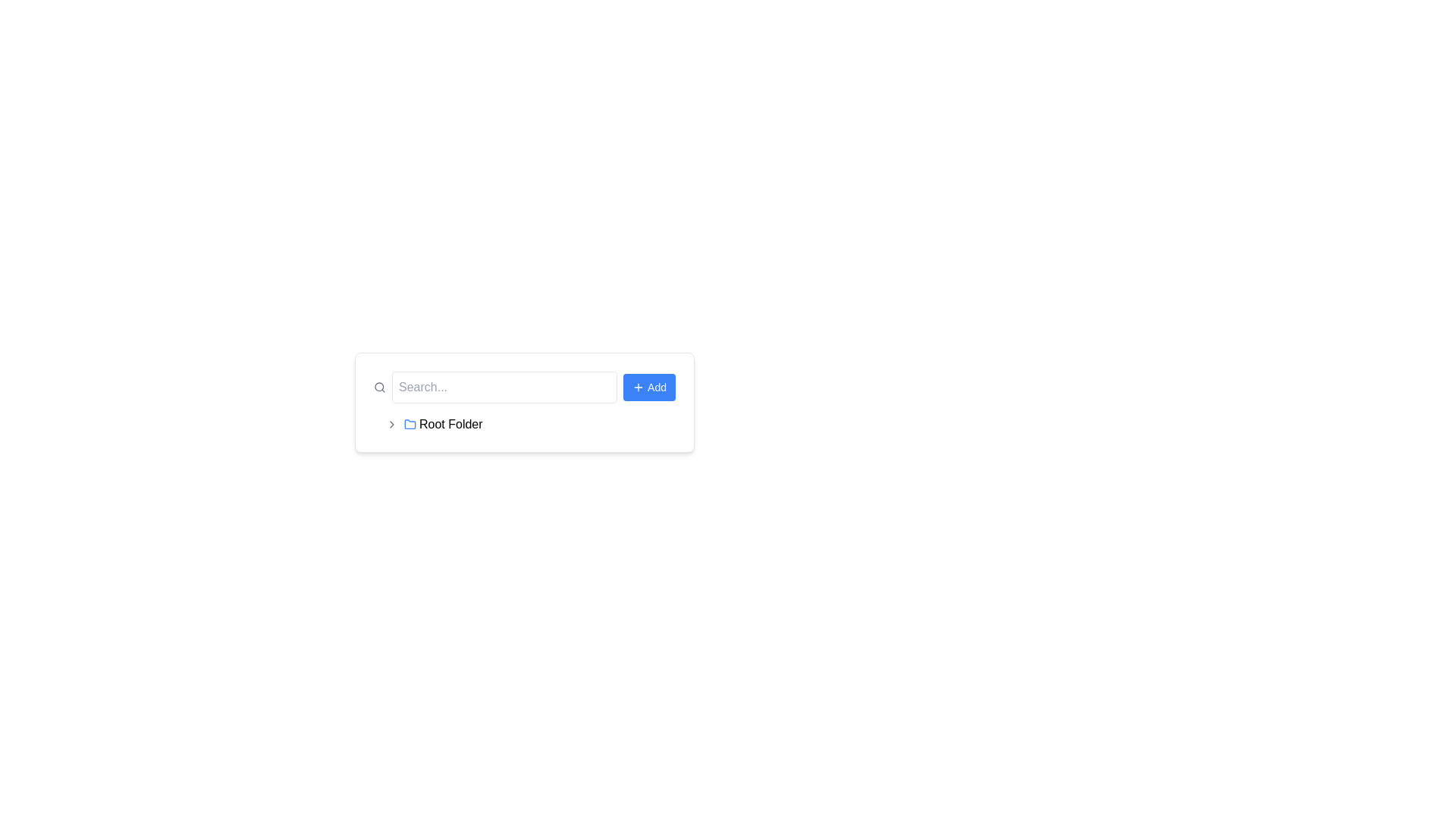  Describe the element at coordinates (379, 386) in the screenshot. I see `the search icon located to the left of the search input field, which visually indicates the search feature` at that location.